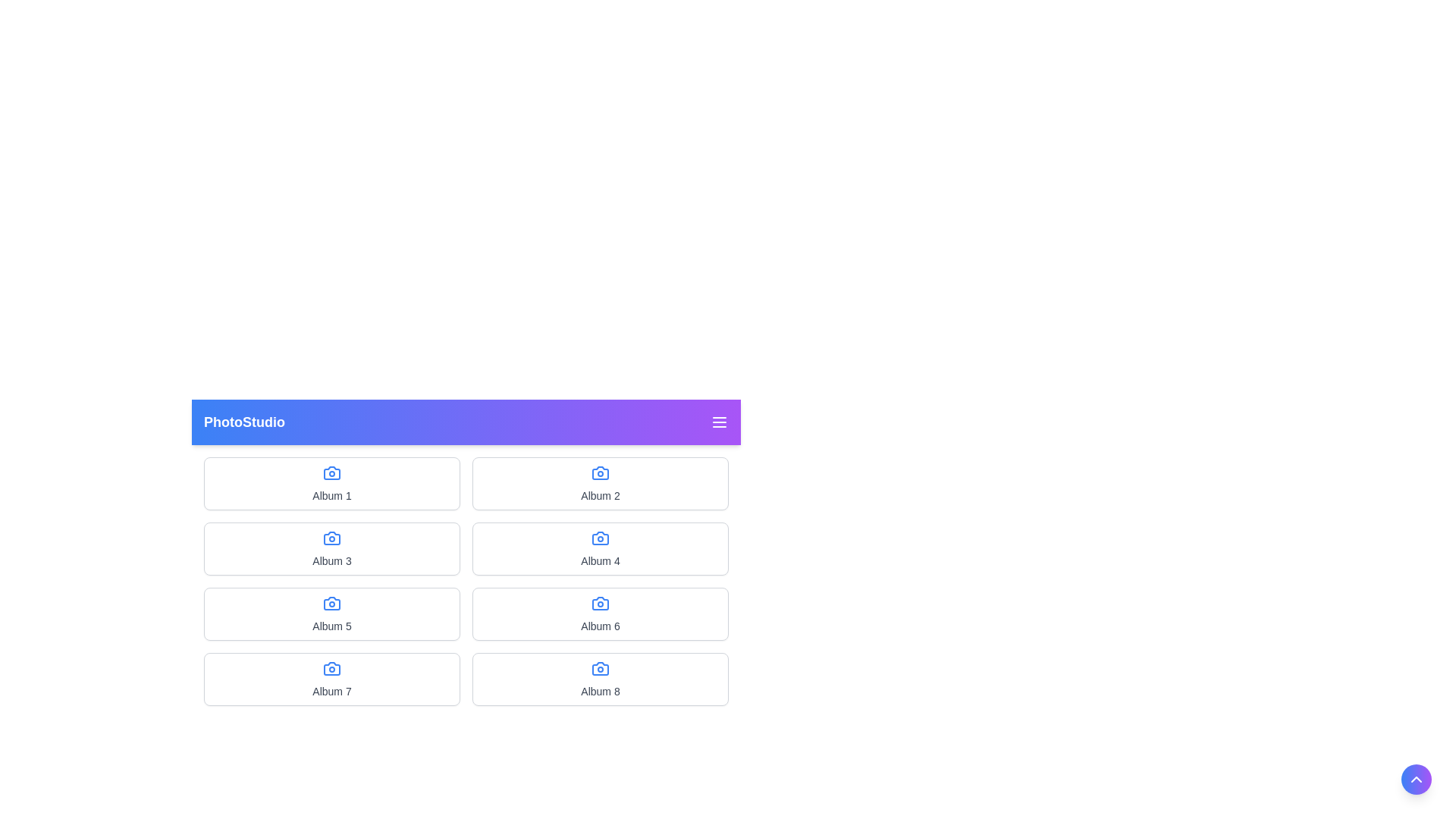 This screenshot has height=819, width=1456. What do you see at coordinates (331, 678) in the screenshot?
I see `the first card in the bottom row of a 4x2 grid layout, which contains a blue camera icon and is labeled 'Album 7'` at bounding box center [331, 678].